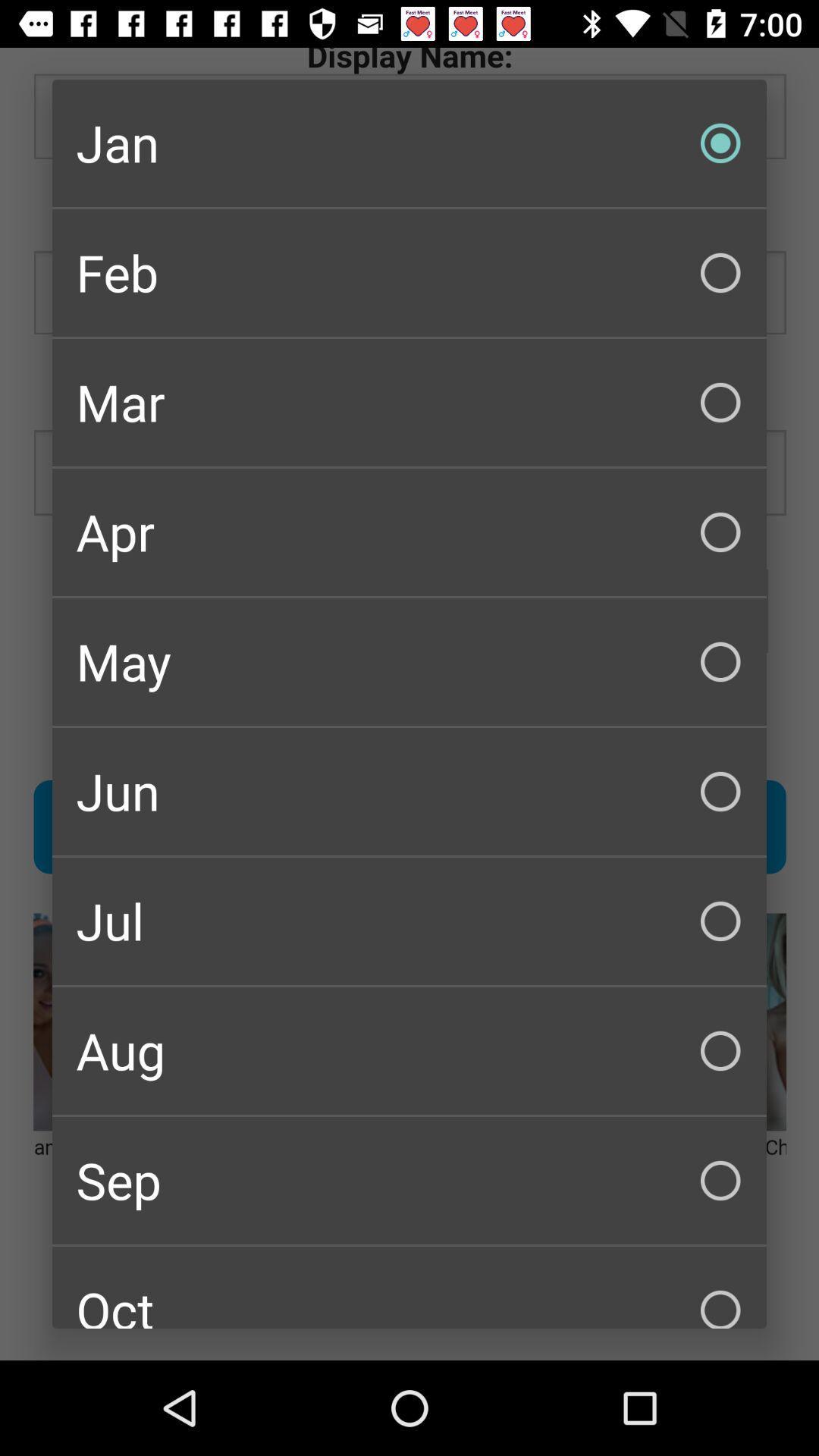 Image resolution: width=819 pixels, height=1456 pixels. What do you see at coordinates (409, 273) in the screenshot?
I see `feb checkbox` at bounding box center [409, 273].